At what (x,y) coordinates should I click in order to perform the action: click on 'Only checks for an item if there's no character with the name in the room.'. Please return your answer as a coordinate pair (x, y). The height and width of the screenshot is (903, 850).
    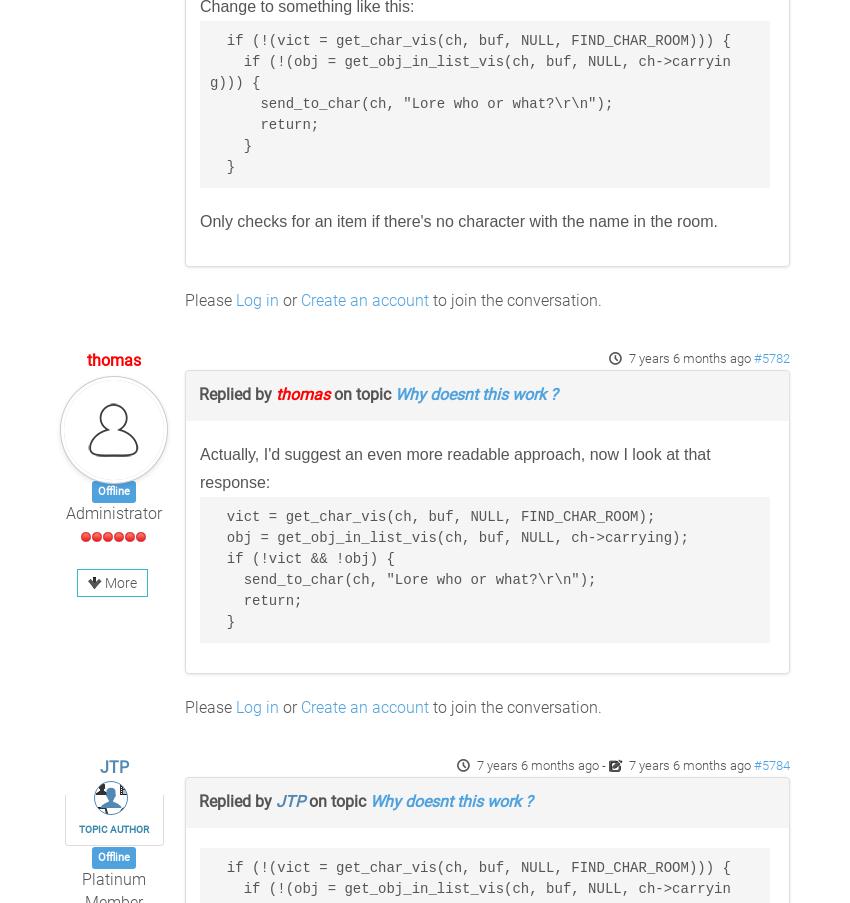
    Looking at the image, I should click on (457, 221).